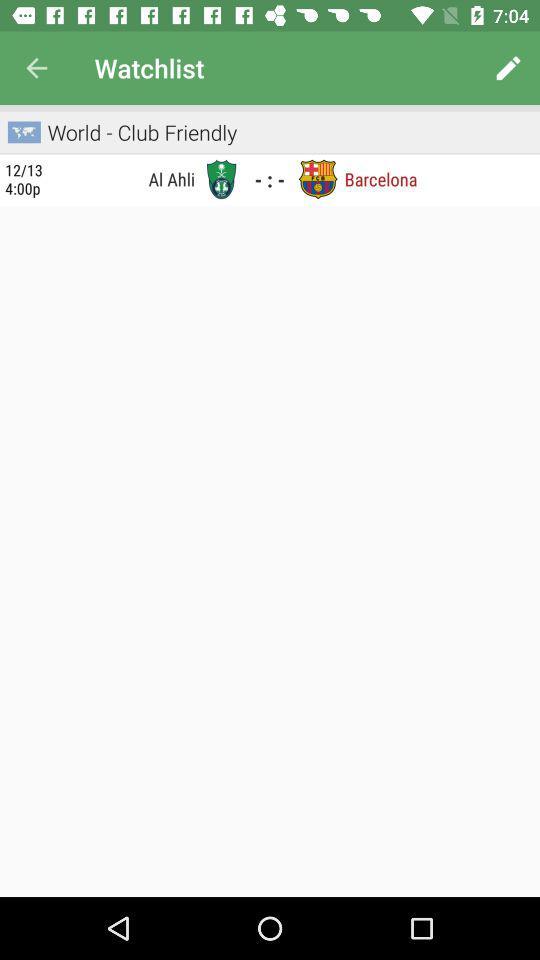  What do you see at coordinates (381, 178) in the screenshot?
I see `barcelona item` at bounding box center [381, 178].